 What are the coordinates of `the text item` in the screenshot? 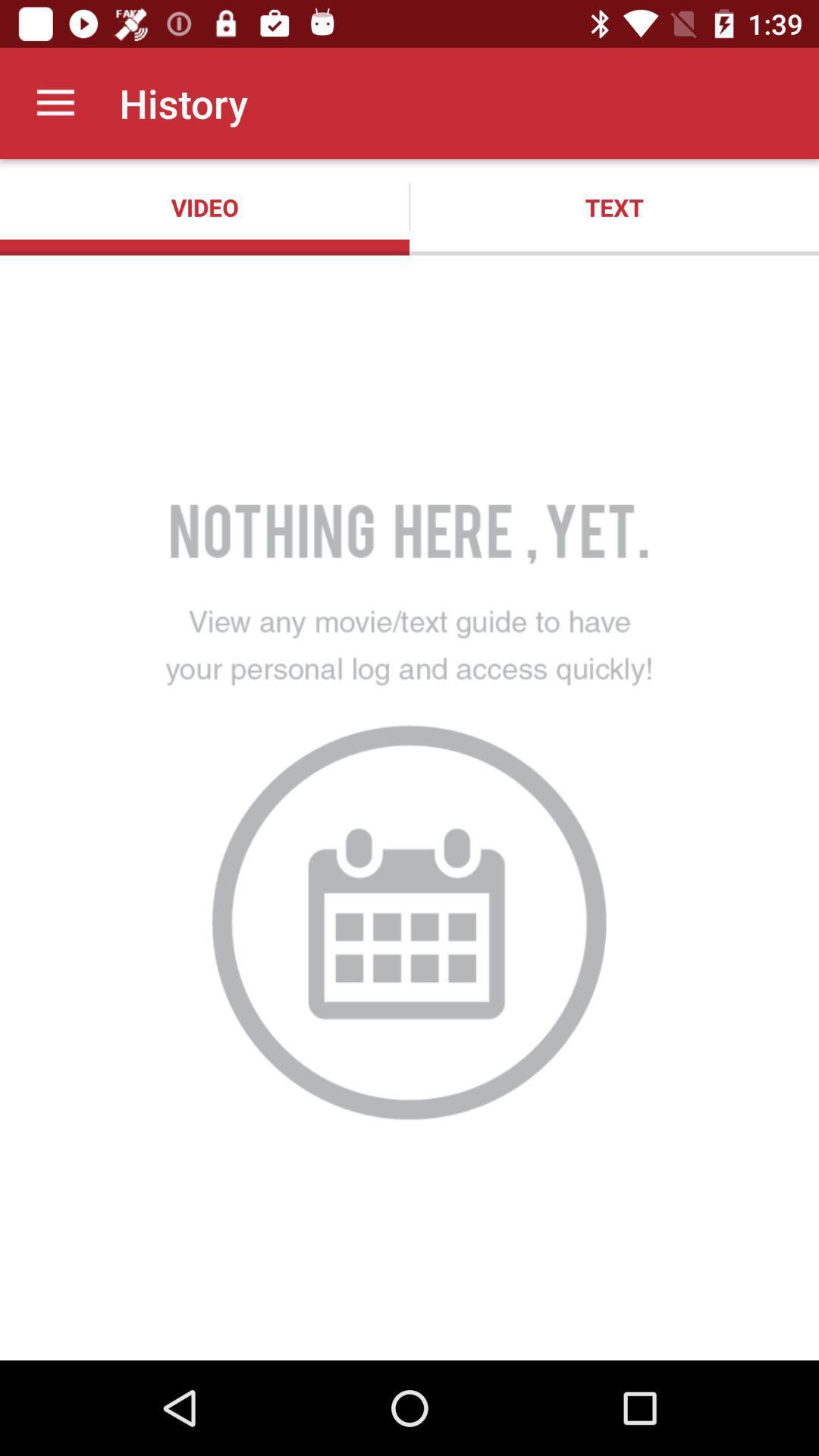 It's located at (614, 206).